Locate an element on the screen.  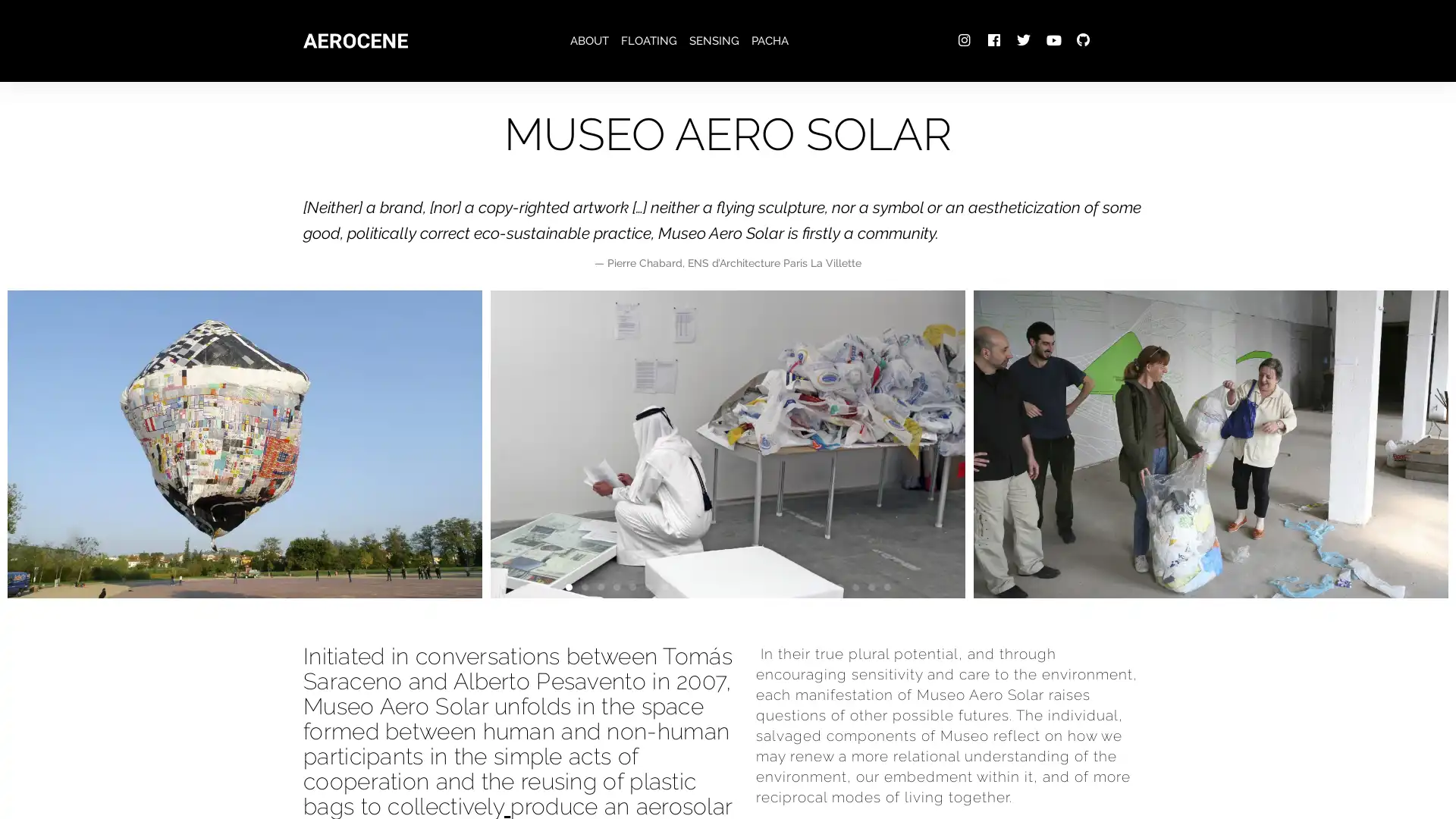
Go to slide 10 is located at coordinates (711, 586).